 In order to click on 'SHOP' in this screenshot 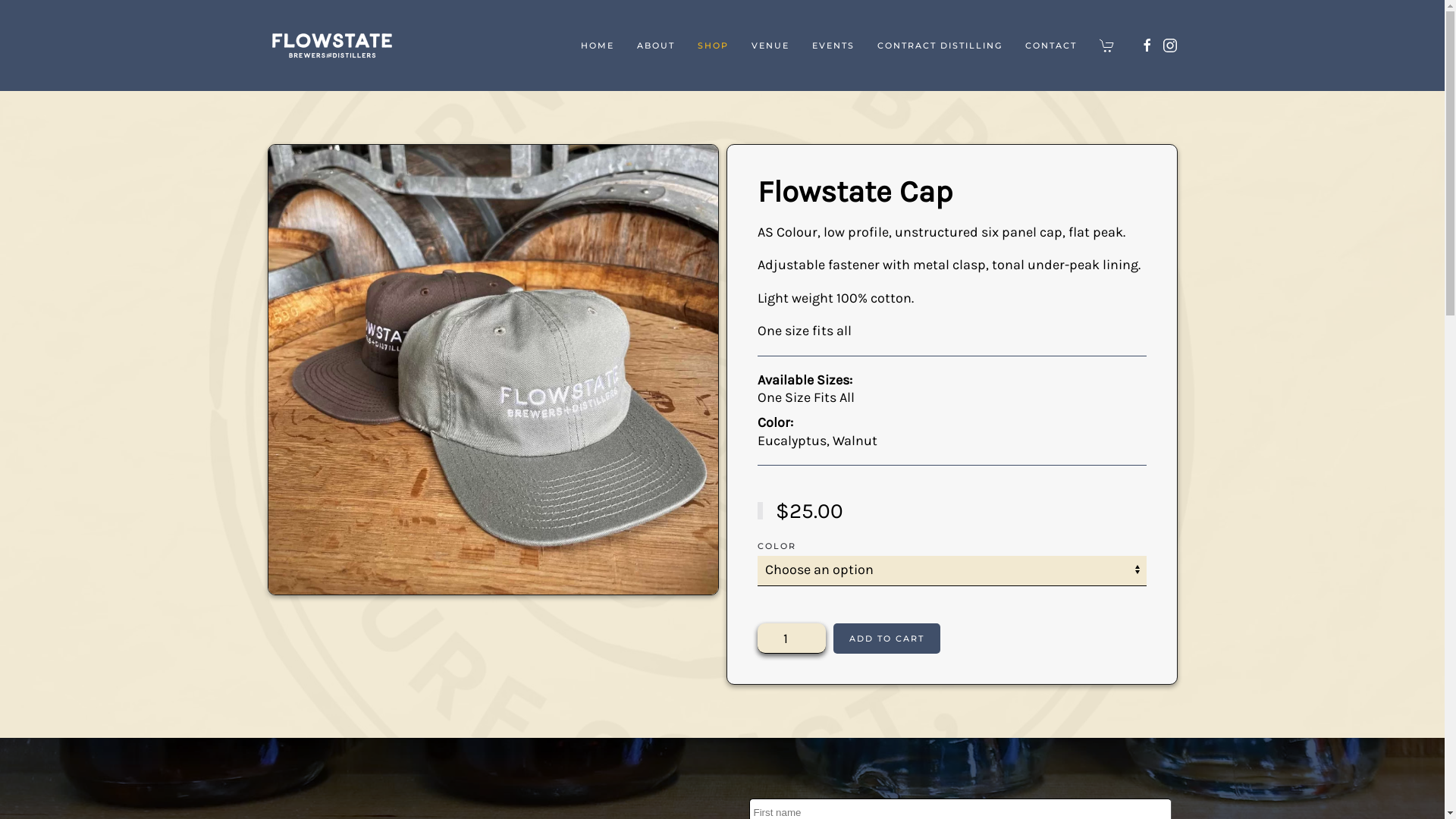, I will do `click(712, 45)`.